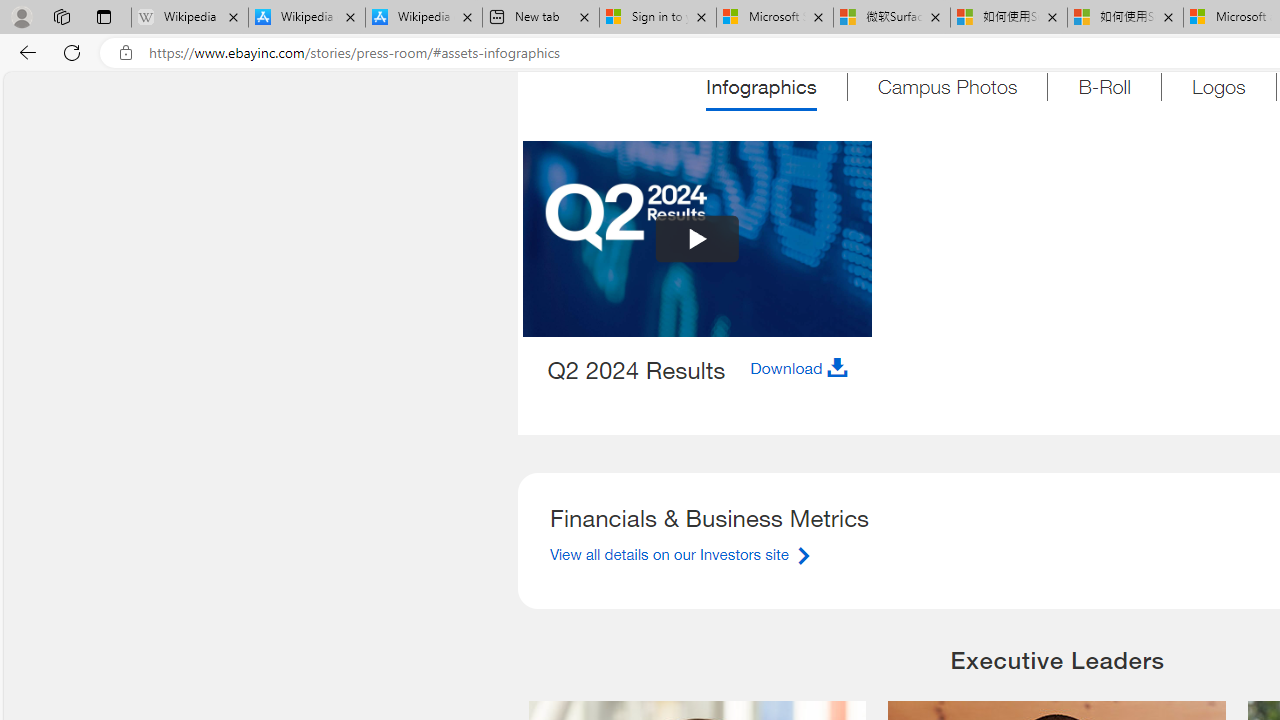  What do you see at coordinates (657, 17) in the screenshot?
I see `'Sign in to your Microsoft account'` at bounding box center [657, 17].